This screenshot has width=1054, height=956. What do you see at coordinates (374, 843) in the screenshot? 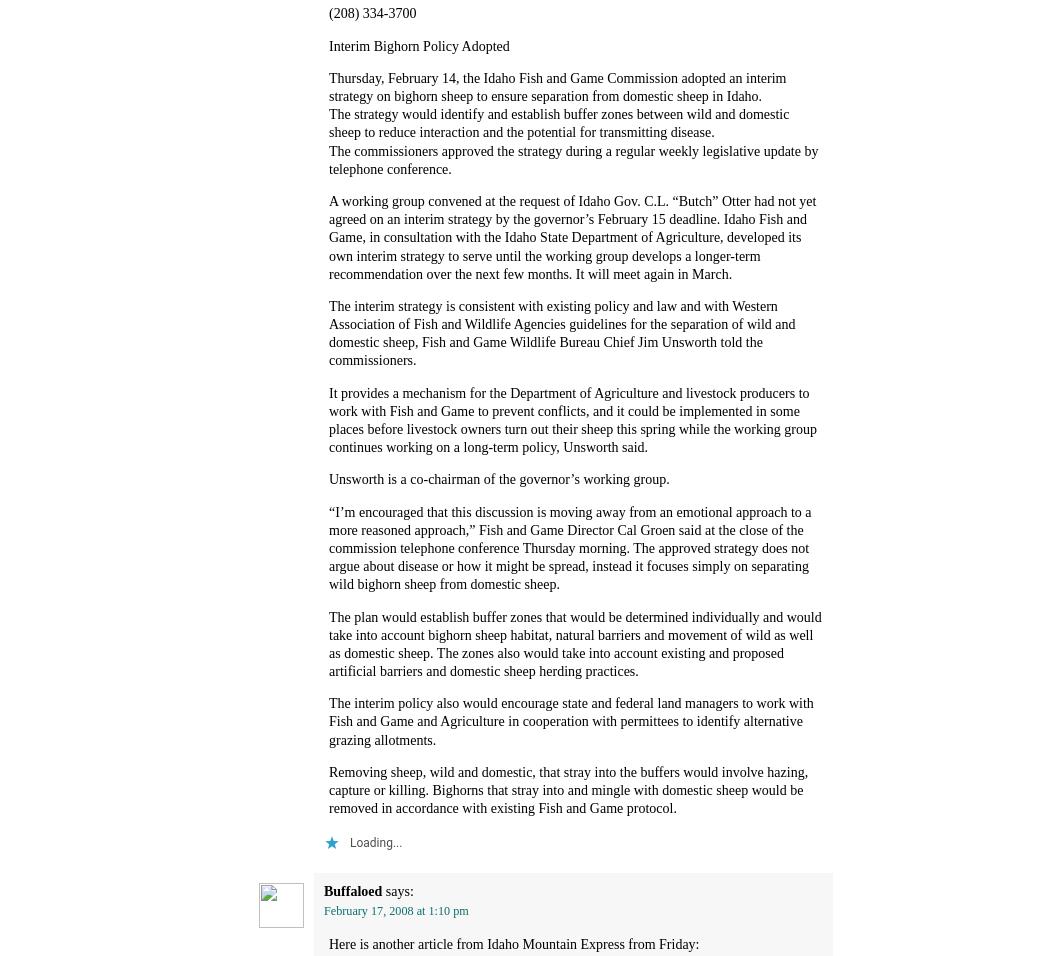
I see `'Loading...'` at bounding box center [374, 843].